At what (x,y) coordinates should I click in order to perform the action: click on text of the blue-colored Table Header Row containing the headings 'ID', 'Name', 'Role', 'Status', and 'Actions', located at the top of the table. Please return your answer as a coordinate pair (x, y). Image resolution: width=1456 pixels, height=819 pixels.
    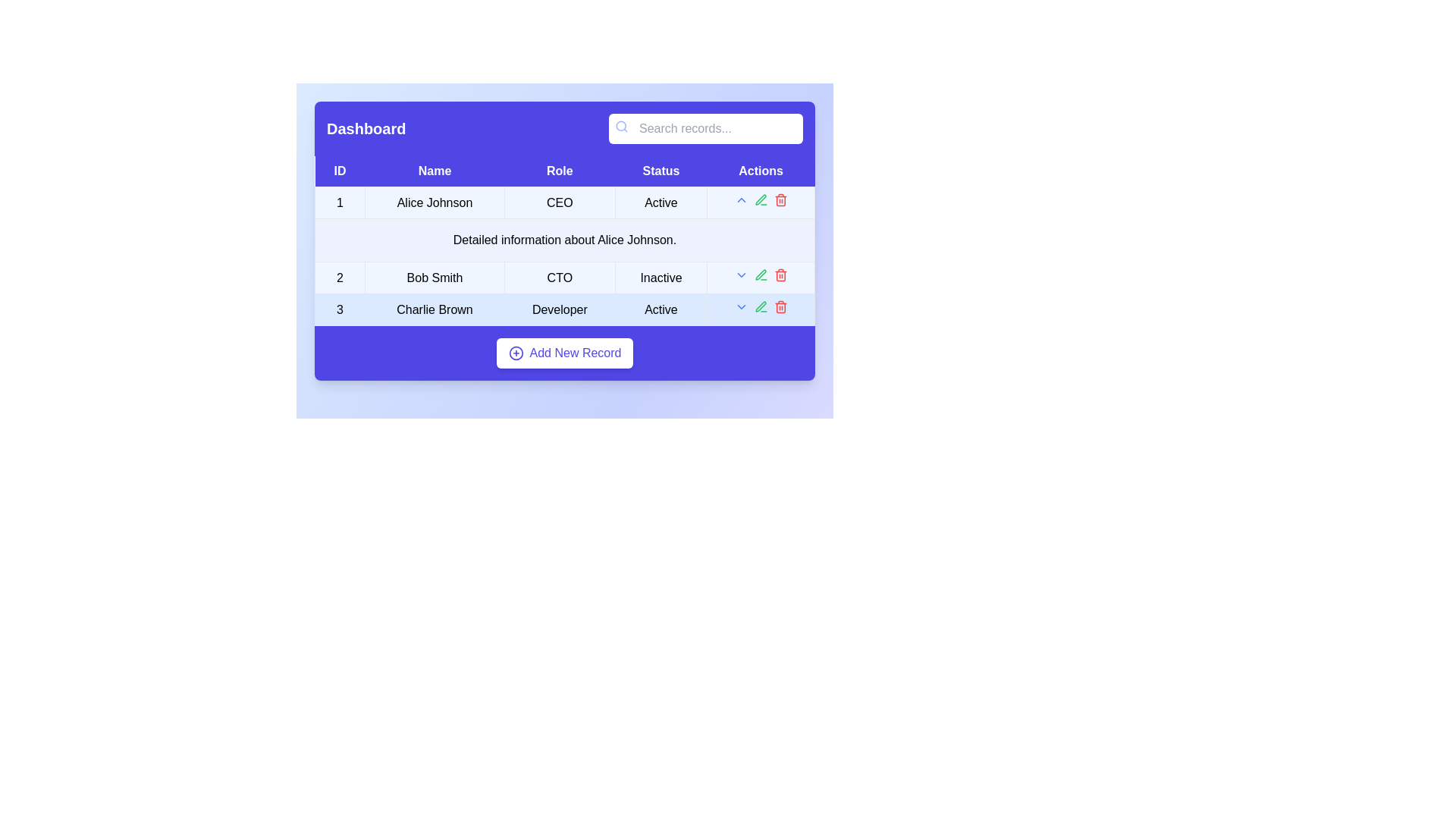
    Looking at the image, I should click on (563, 171).